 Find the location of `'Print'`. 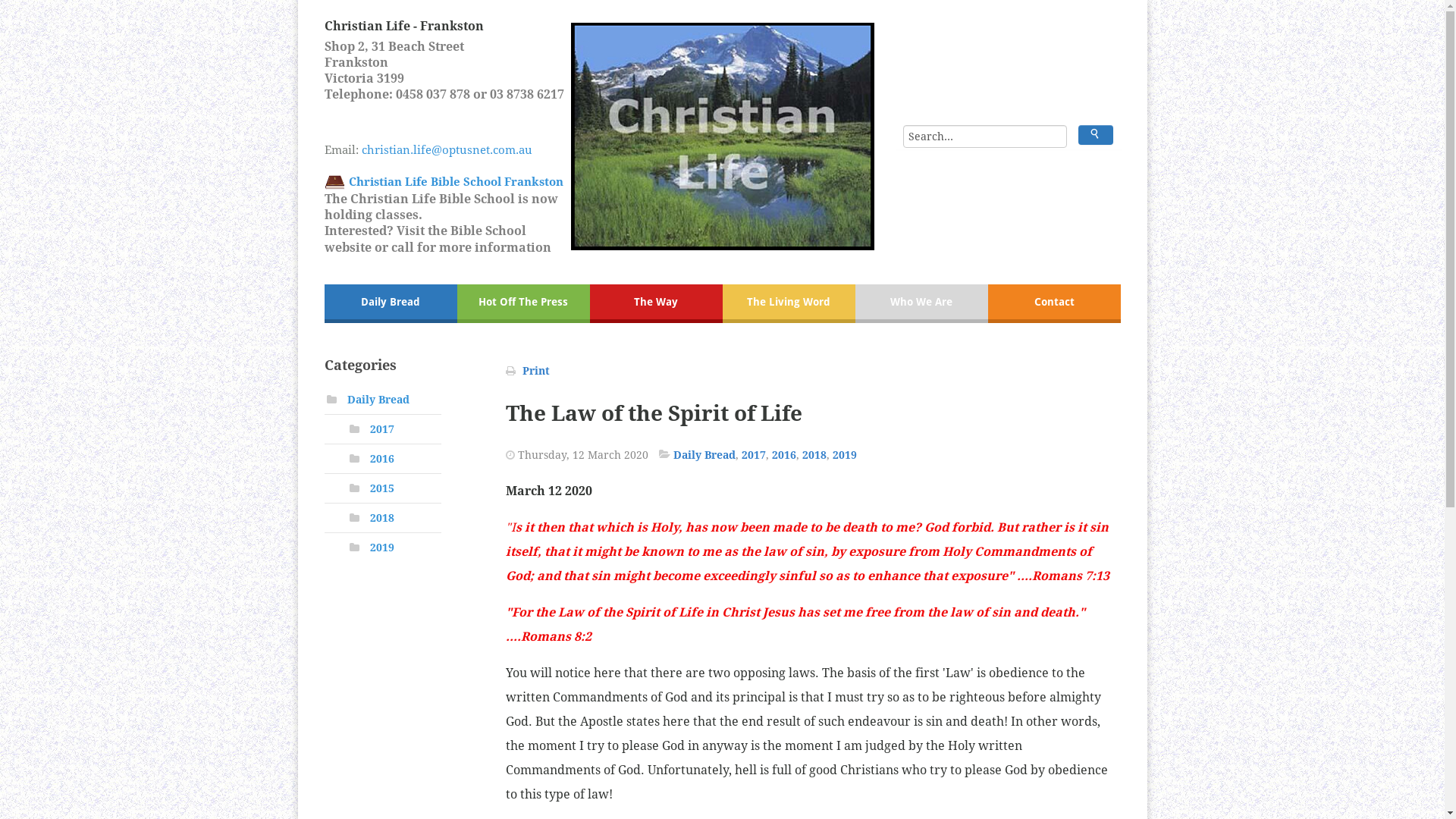

'Print' is located at coordinates (535, 371).